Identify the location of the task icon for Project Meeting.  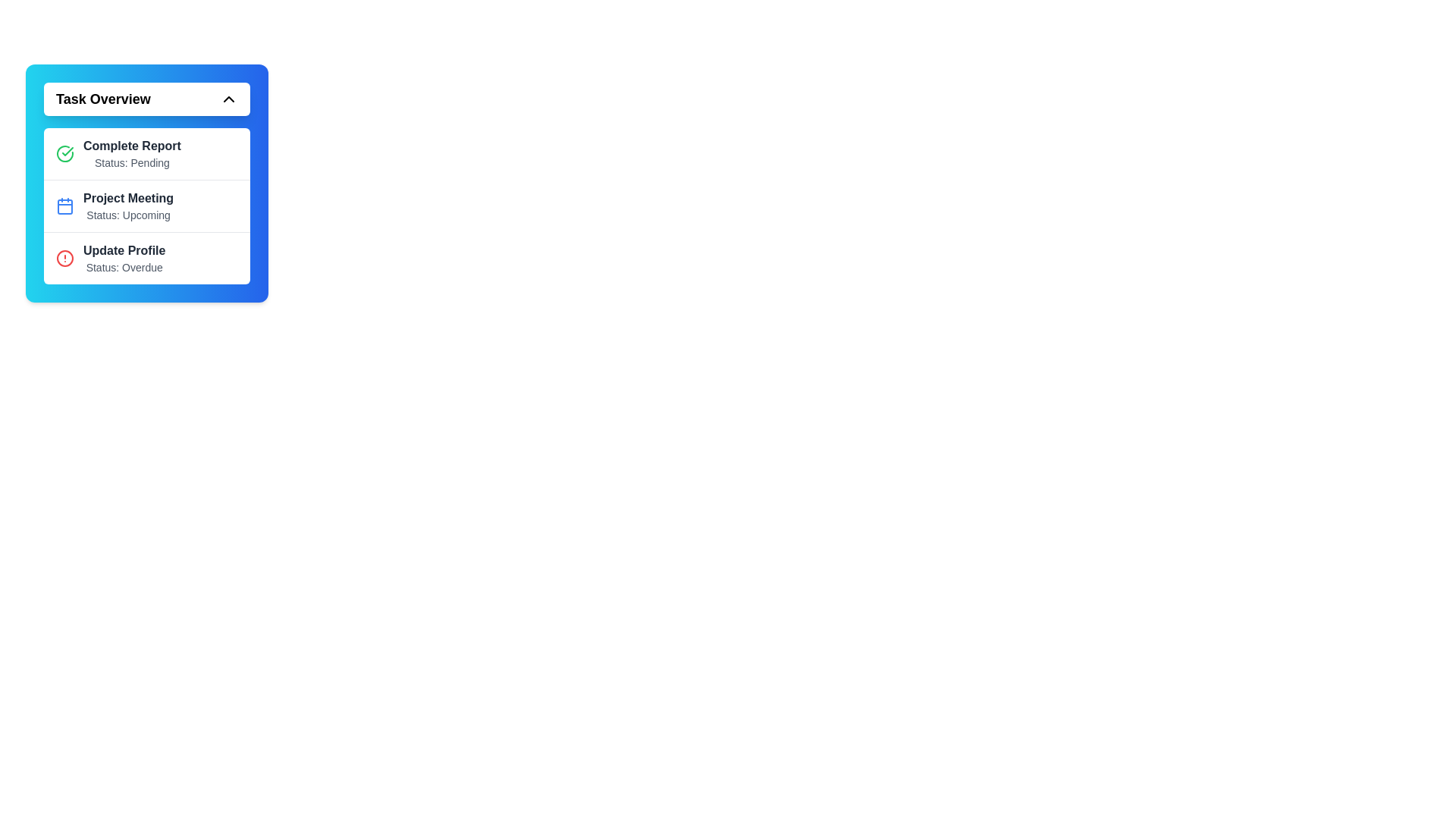
(64, 206).